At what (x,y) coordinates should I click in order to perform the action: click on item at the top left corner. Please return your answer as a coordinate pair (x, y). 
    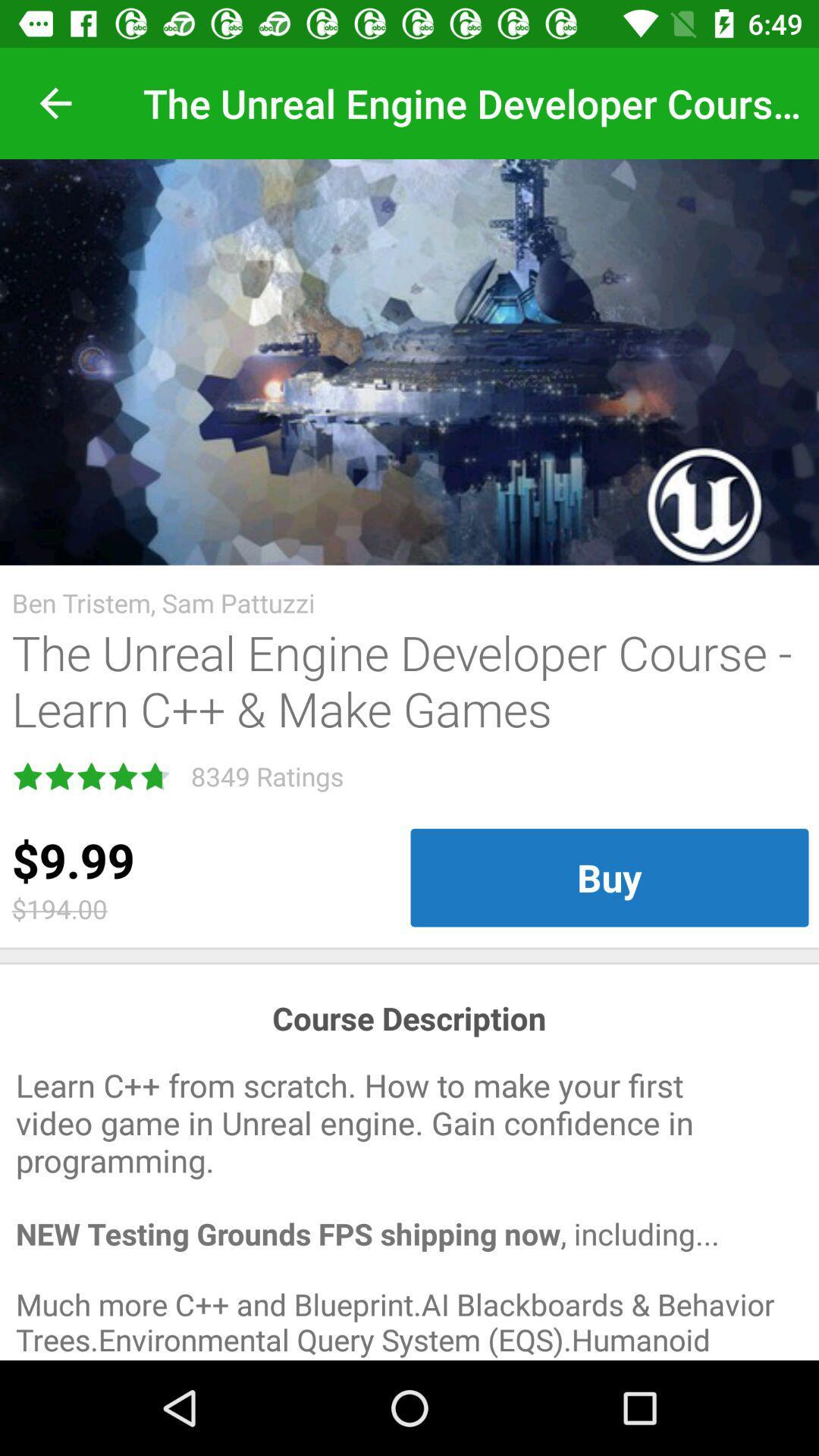
    Looking at the image, I should click on (55, 102).